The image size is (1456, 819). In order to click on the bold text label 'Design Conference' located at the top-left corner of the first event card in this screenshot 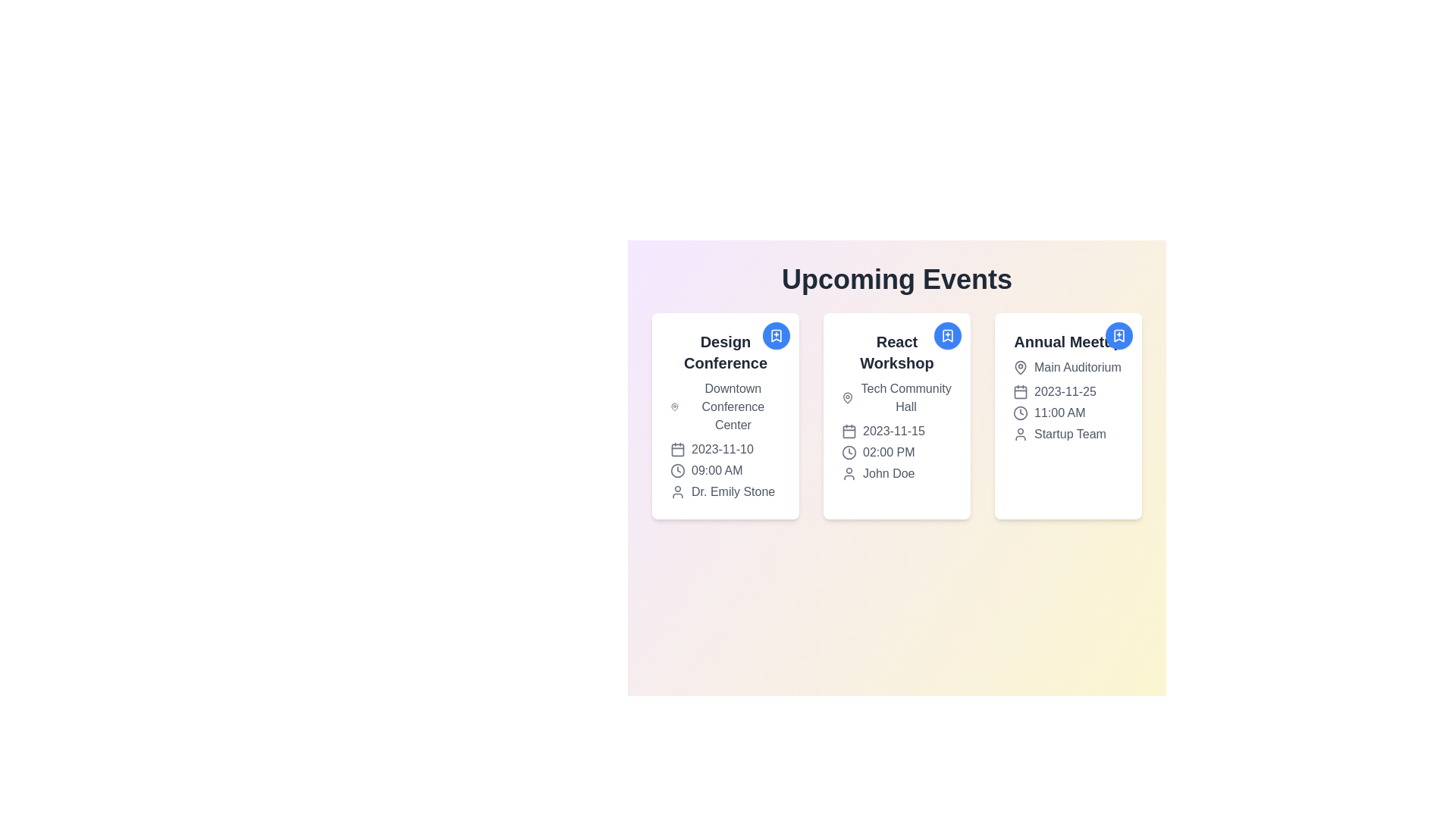, I will do `click(724, 353)`.